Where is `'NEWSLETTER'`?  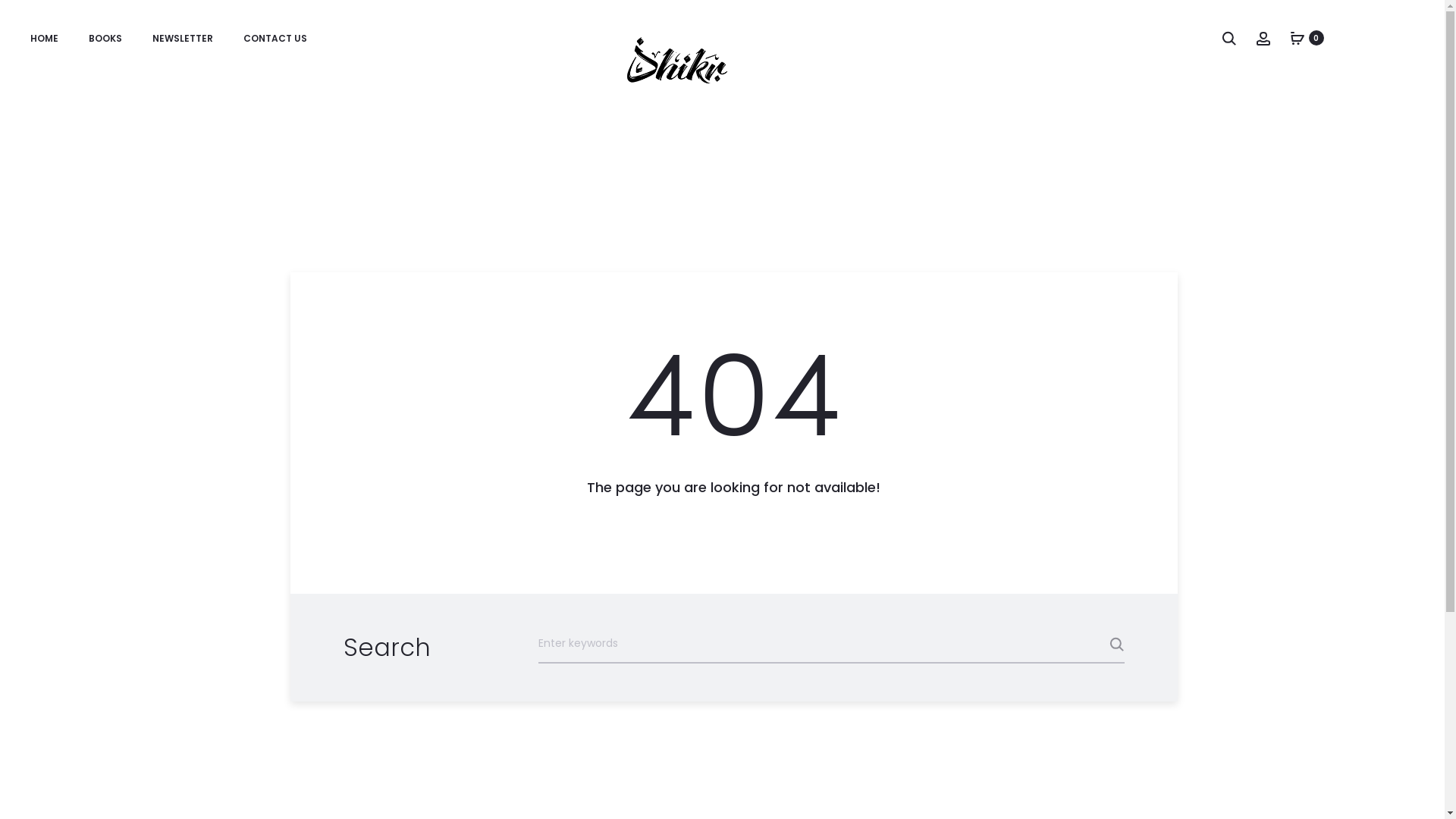
'NEWSLETTER' is located at coordinates (182, 37).